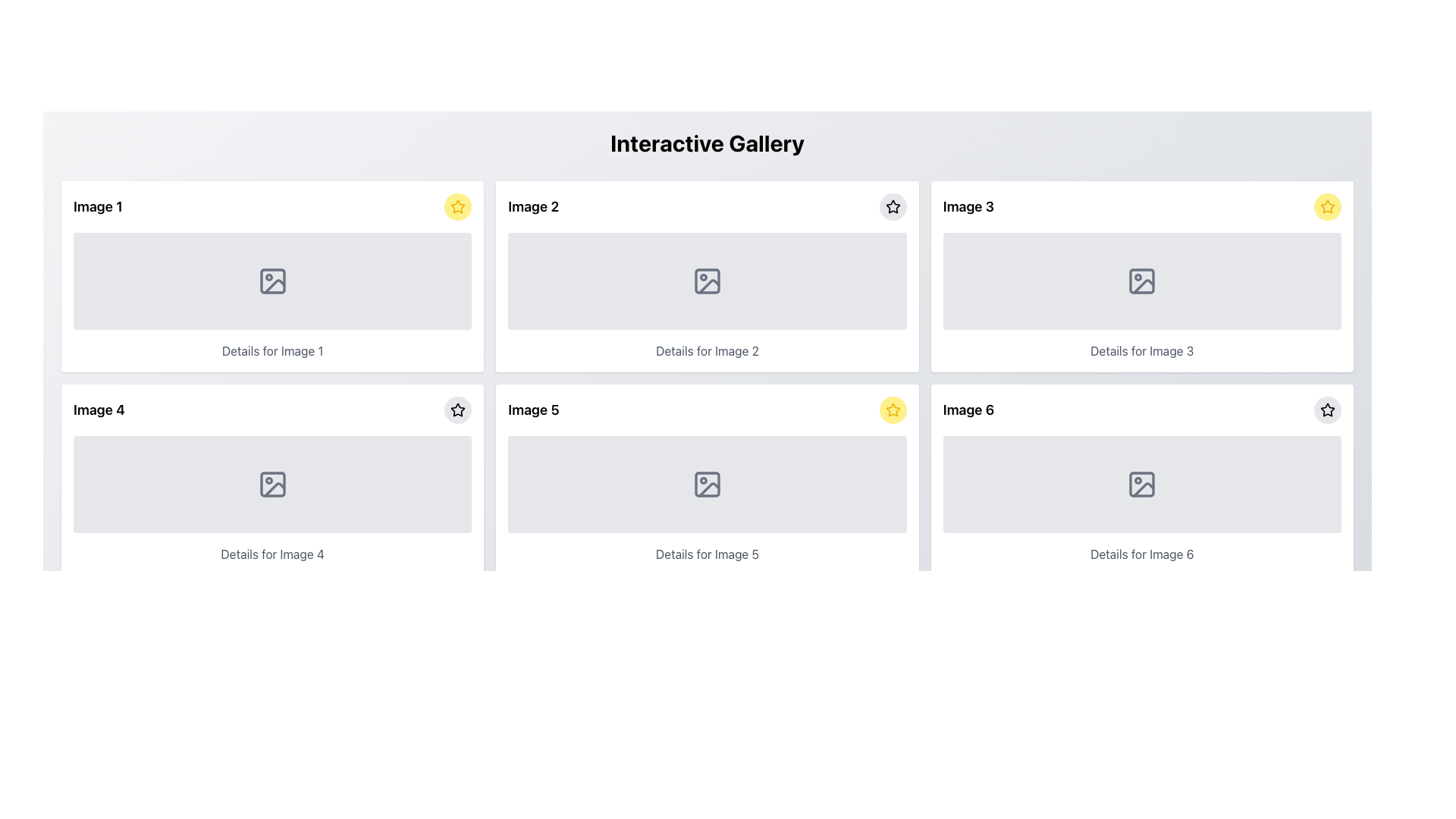 The width and height of the screenshot is (1456, 819). What do you see at coordinates (1142, 554) in the screenshot?
I see `the text label that says 'Details for Image 6', which is styled with gray color and located below the preview area of 'Image 6' in the interactive gallery` at bounding box center [1142, 554].